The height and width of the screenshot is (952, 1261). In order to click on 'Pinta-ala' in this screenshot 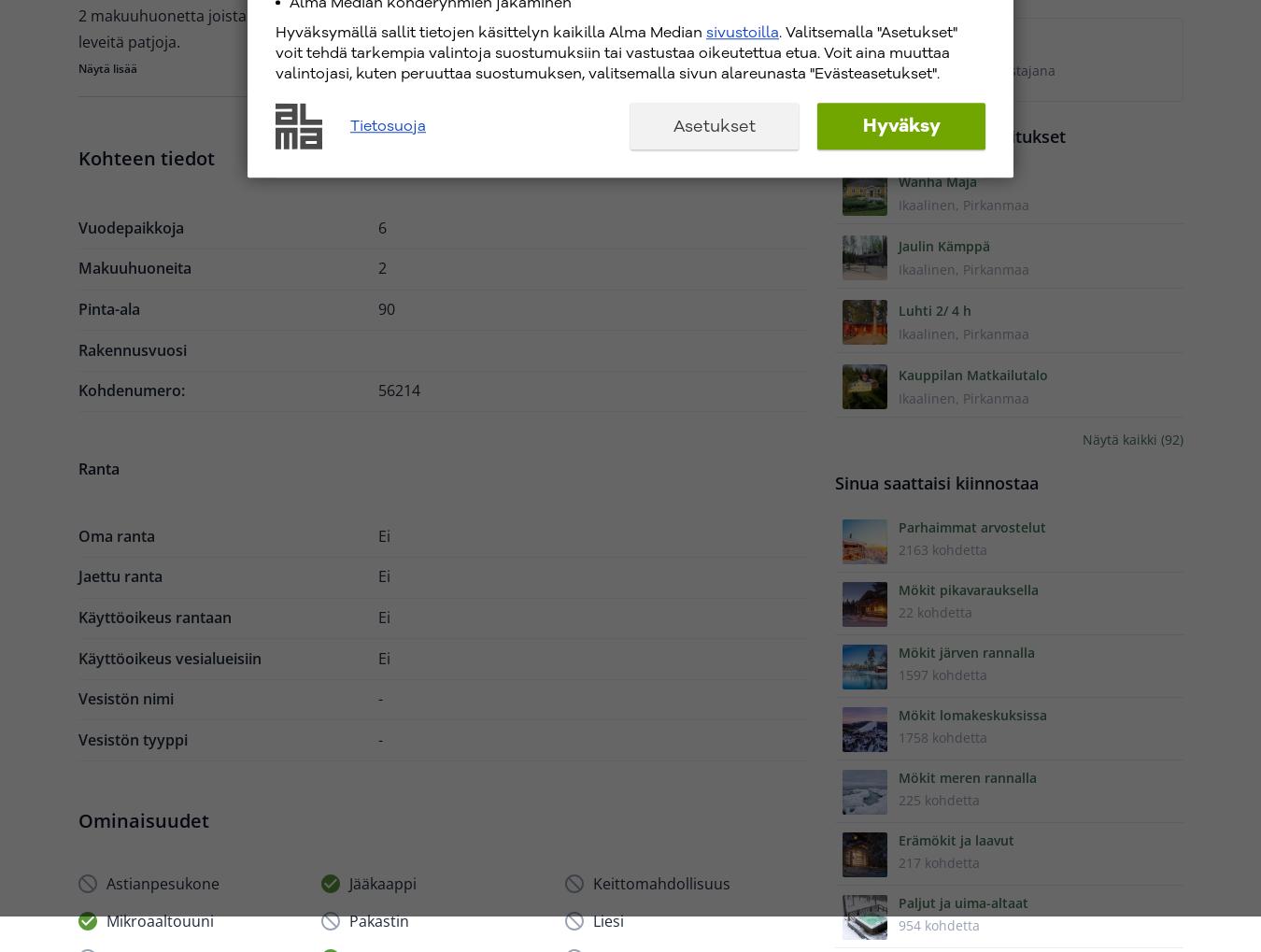, I will do `click(107, 308)`.